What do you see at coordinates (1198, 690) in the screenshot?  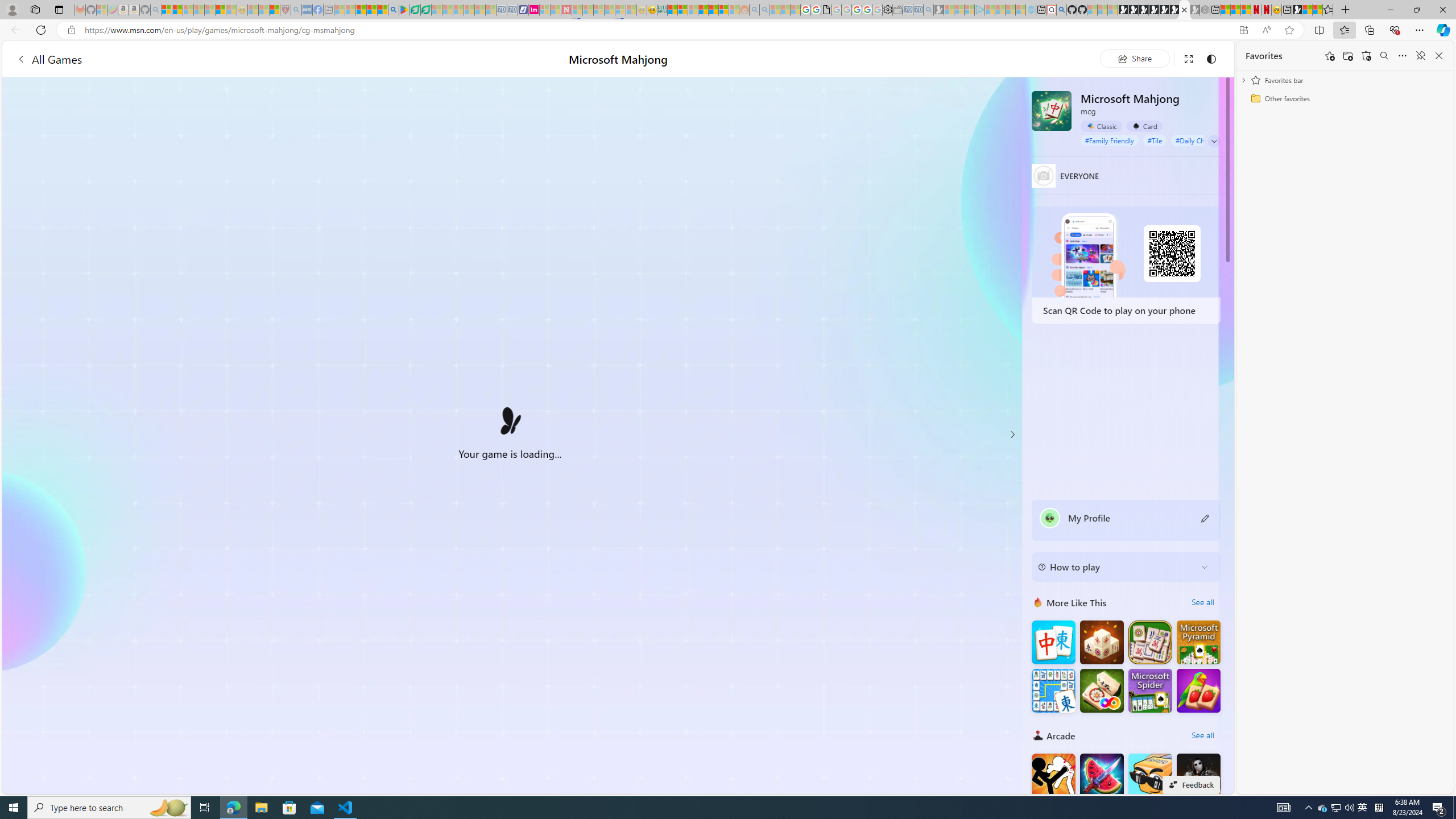 I see `'Solitaire Mahjong Juicy'` at bounding box center [1198, 690].